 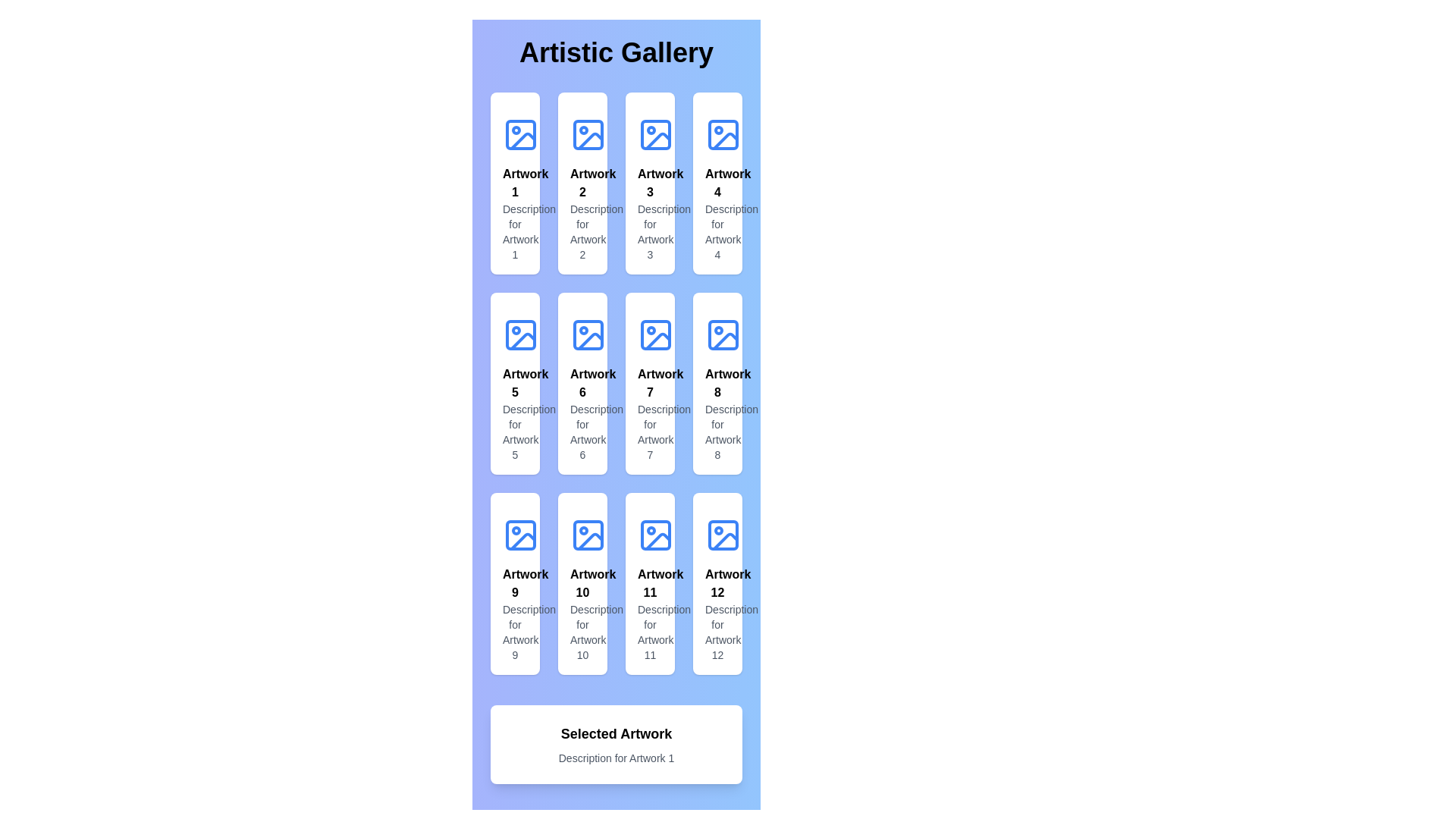 I want to click on the blue outlined square icon representing a photo at the top of the card labeled 'Artwork 7', so click(x=655, y=334).